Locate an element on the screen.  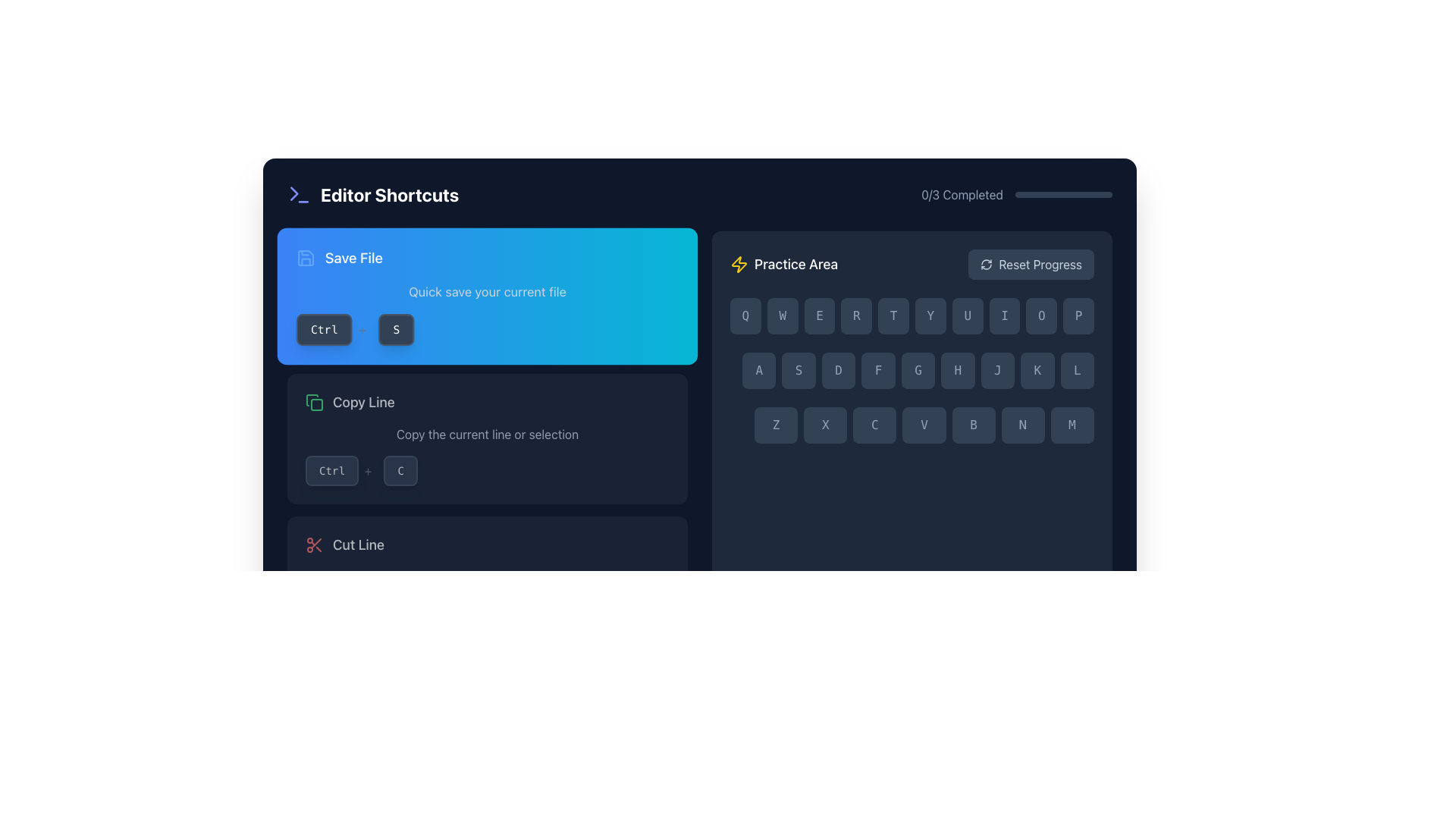
the square button with rounded corners labeled 'Z' in the 'Practice Area' section is located at coordinates (776, 425).